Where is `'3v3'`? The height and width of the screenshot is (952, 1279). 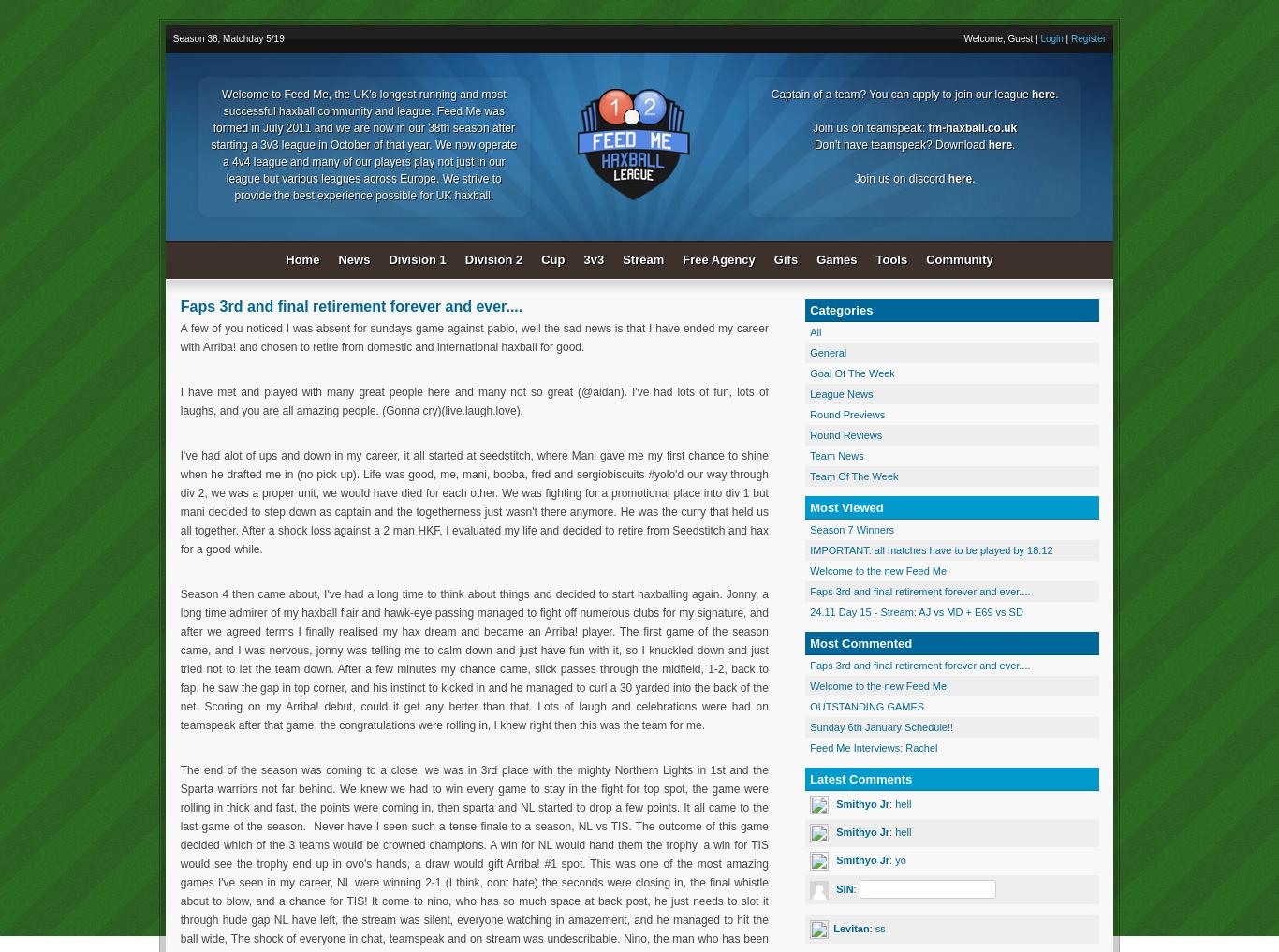 '3v3' is located at coordinates (592, 258).